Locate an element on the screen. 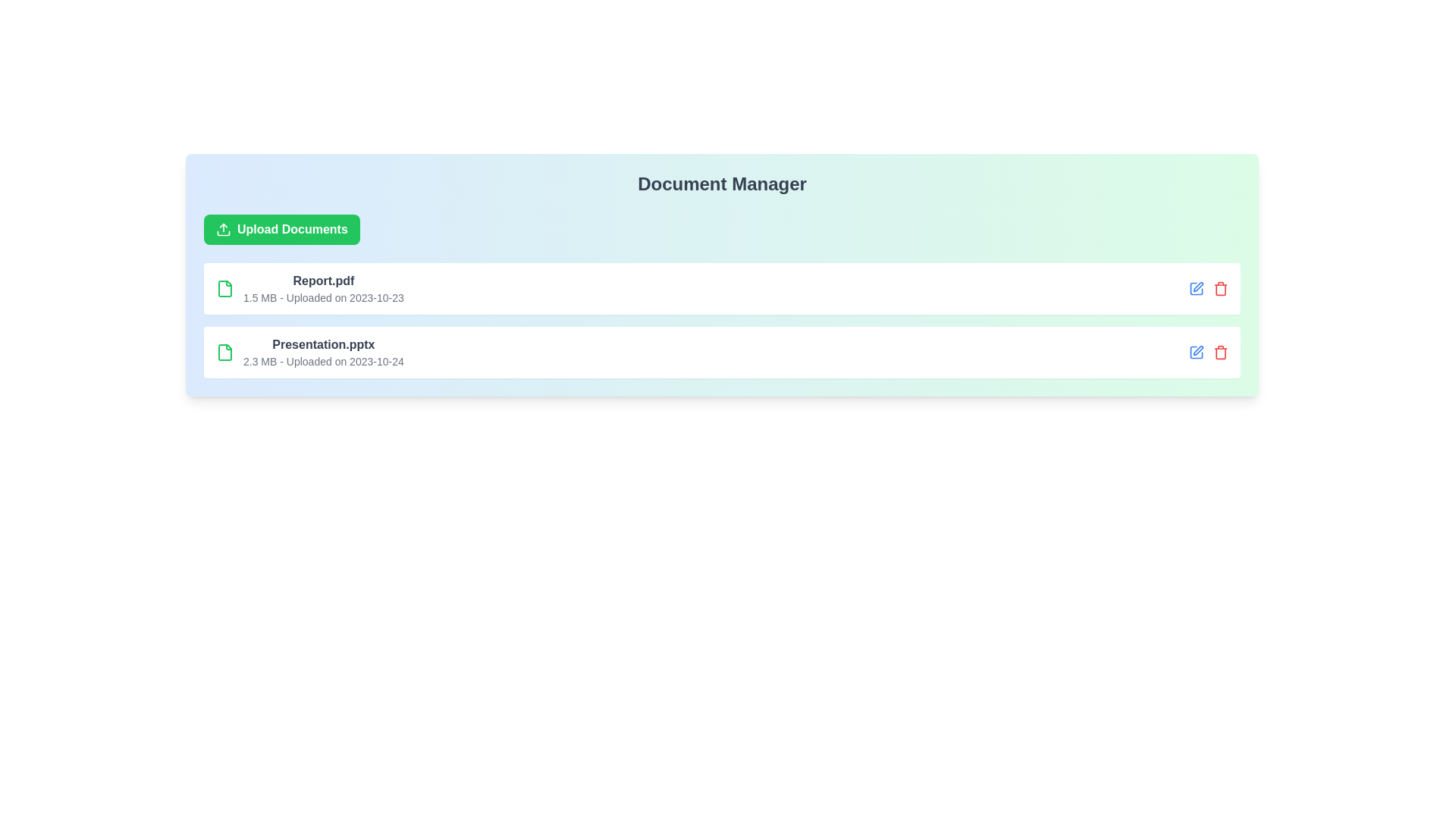 The image size is (1456, 819). the text label displaying '1.5 MB - Uploaded on 2023-10-23', which is located below 'Report.pdf' in the document entry list is located at coordinates (322, 298).